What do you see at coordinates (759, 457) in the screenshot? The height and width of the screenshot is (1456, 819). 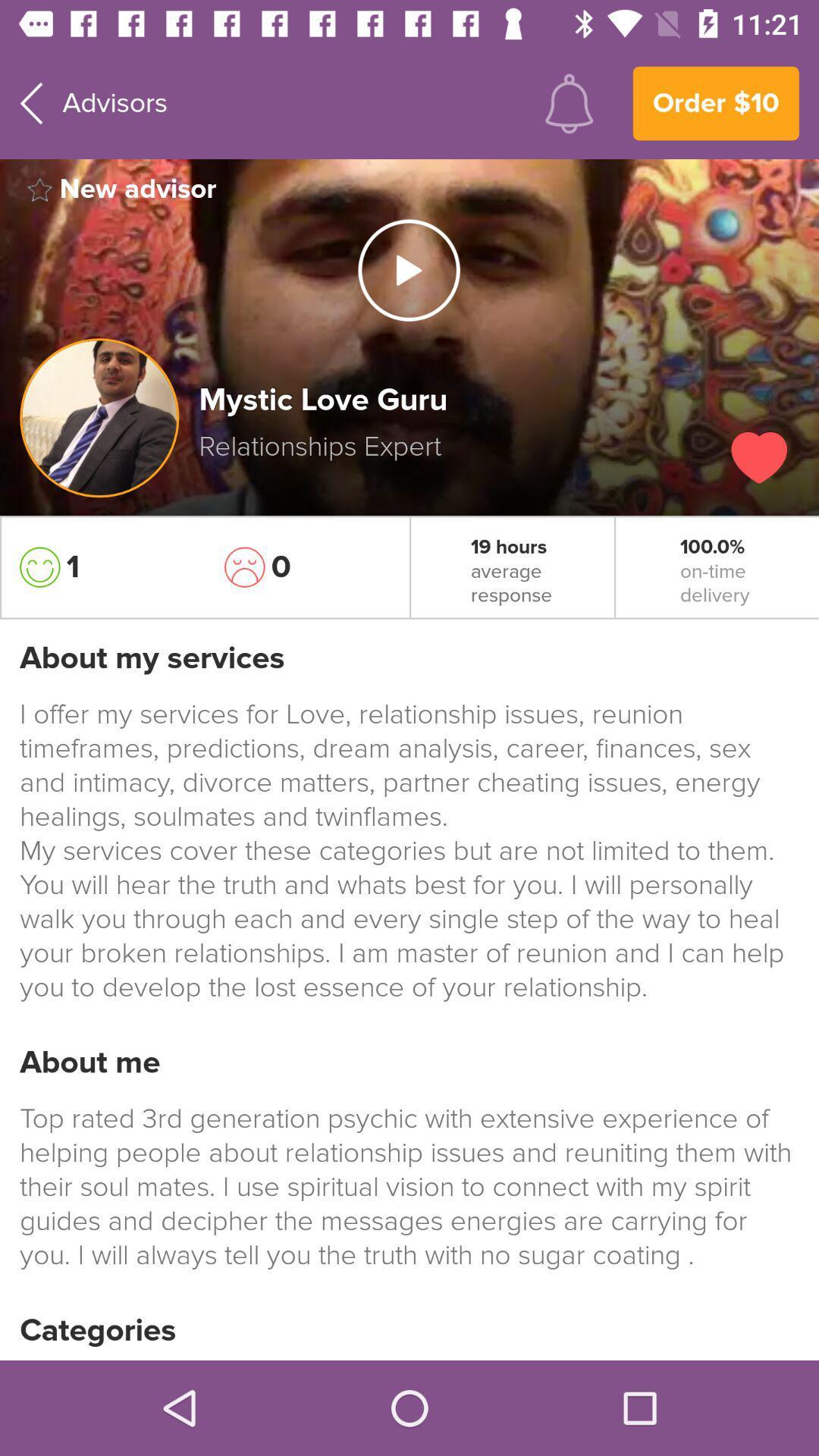 I see `the favorite icon` at bounding box center [759, 457].